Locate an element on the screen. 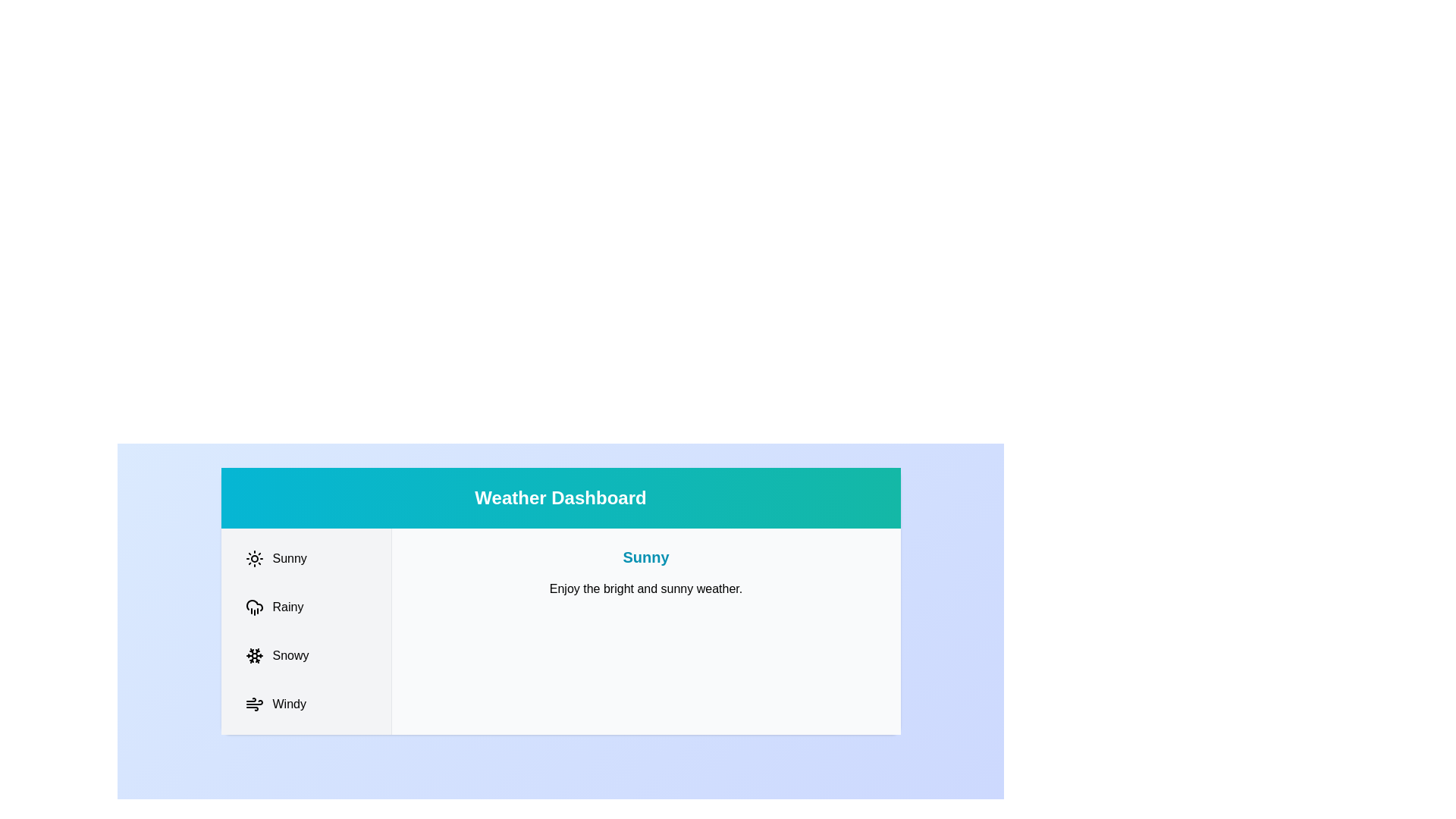  the Snowy tab to switch to it is located at coordinates (305, 654).